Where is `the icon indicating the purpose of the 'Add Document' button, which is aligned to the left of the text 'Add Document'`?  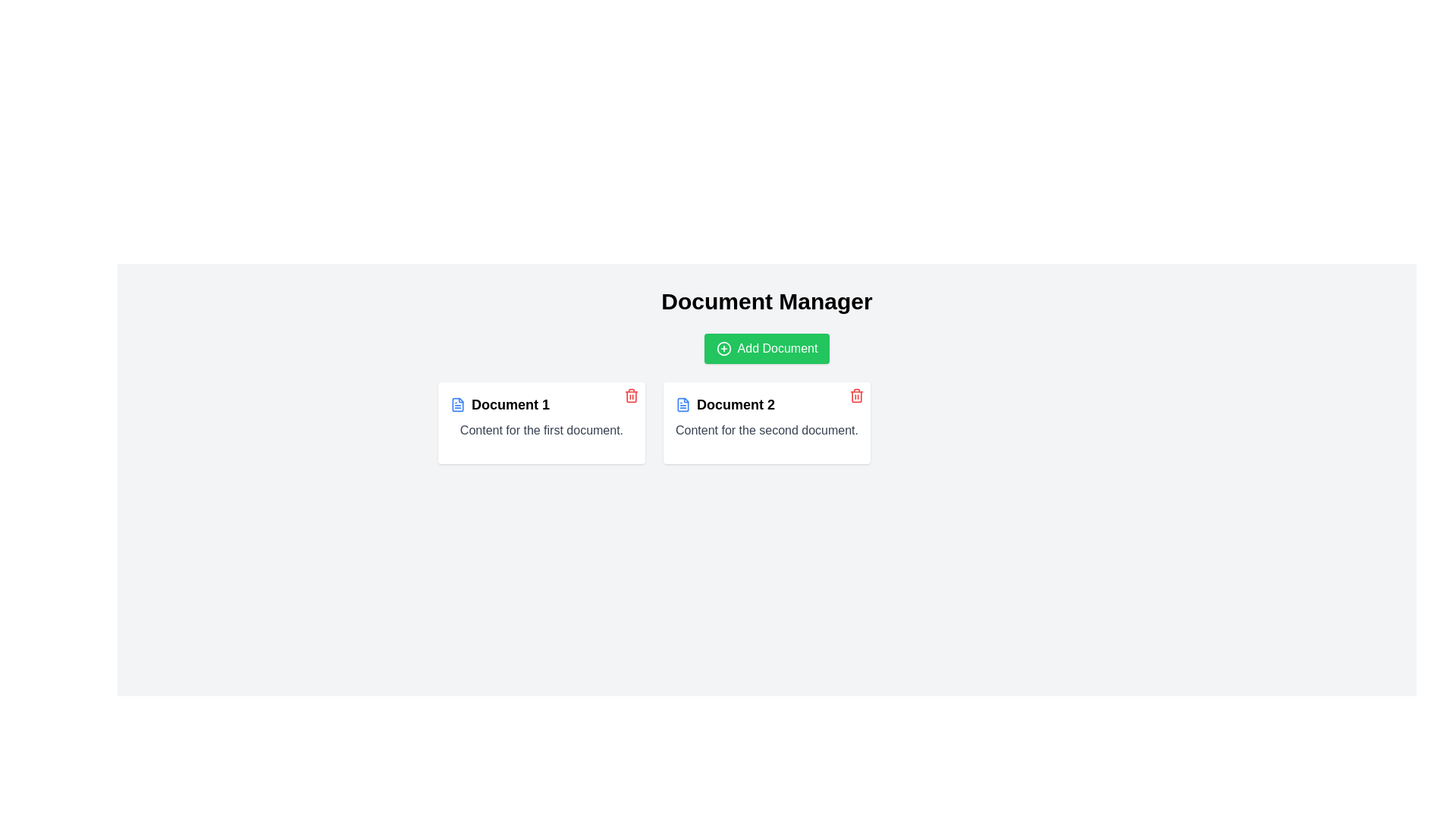
the icon indicating the purpose of the 'Add Document' button, which is aligned to the left of the text 'Add Document' is located at coordinates (723, 348).